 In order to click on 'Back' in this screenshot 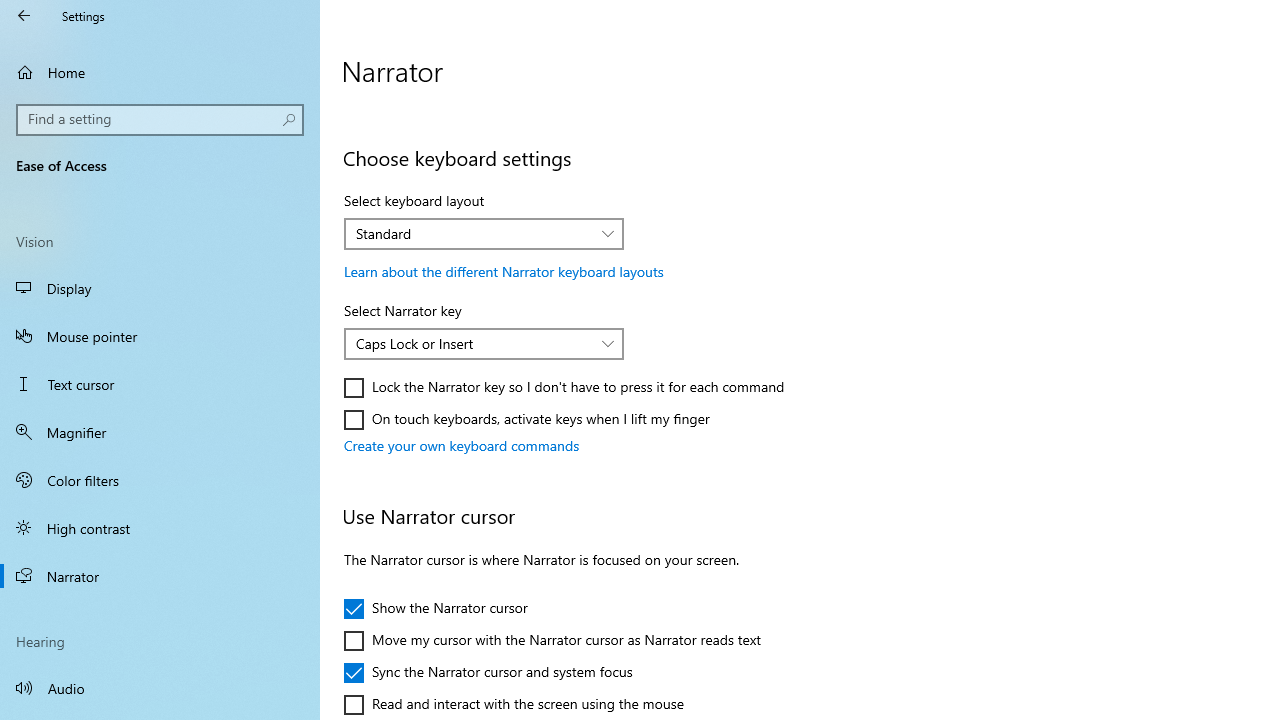, I will do `click(24, 15)`.